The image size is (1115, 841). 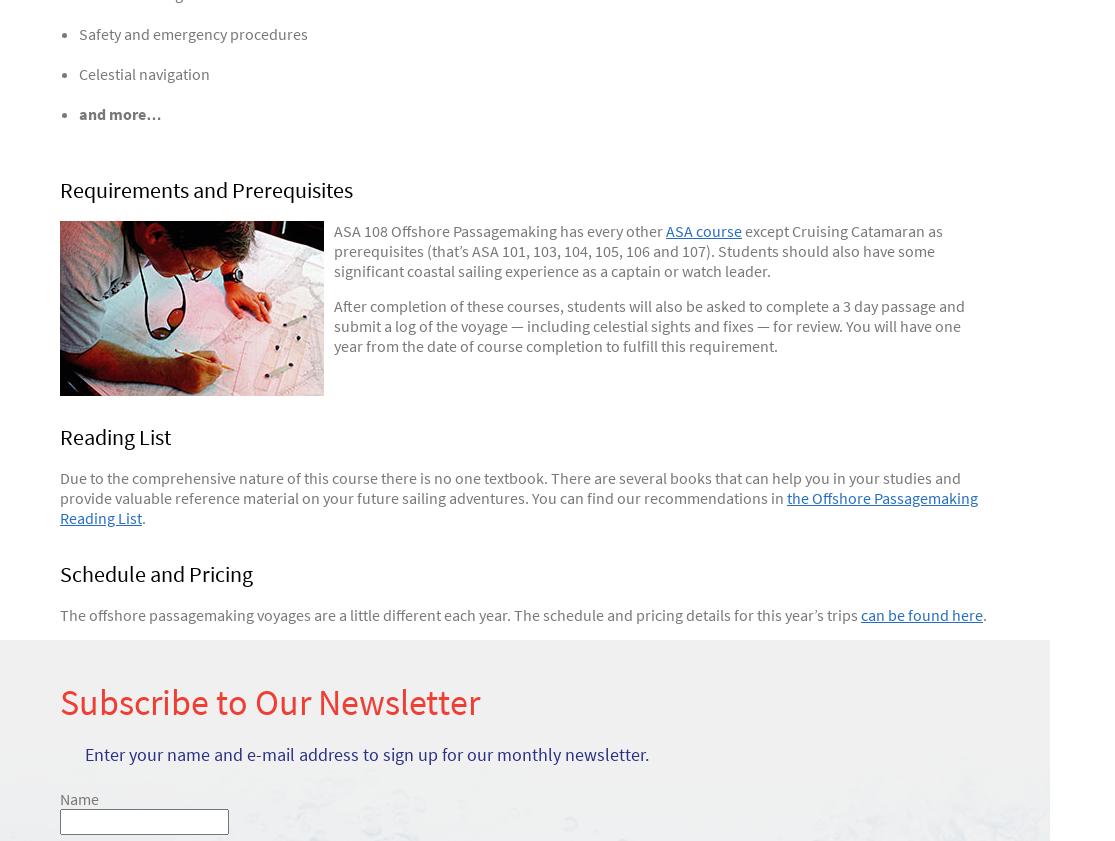 What do you see at coordinates (155, 573) in the screenshot?
I see `'Schedule and Pricing'` at bounding box center [155, 573].